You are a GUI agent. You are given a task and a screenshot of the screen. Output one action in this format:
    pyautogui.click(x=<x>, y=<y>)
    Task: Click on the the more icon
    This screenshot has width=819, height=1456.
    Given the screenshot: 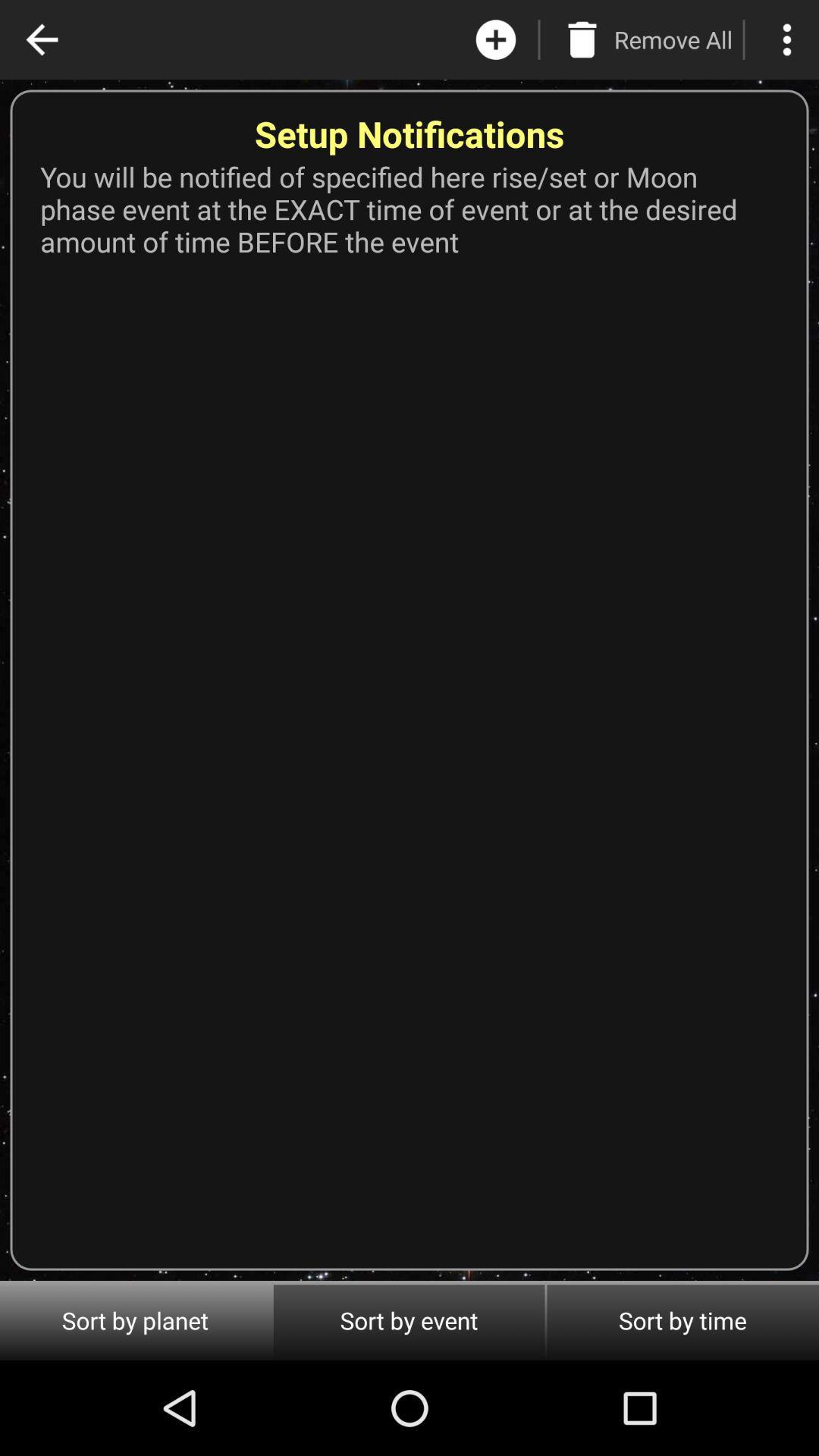 What is the action you would take?
    pyautogui.click(x=786, y=39)
    